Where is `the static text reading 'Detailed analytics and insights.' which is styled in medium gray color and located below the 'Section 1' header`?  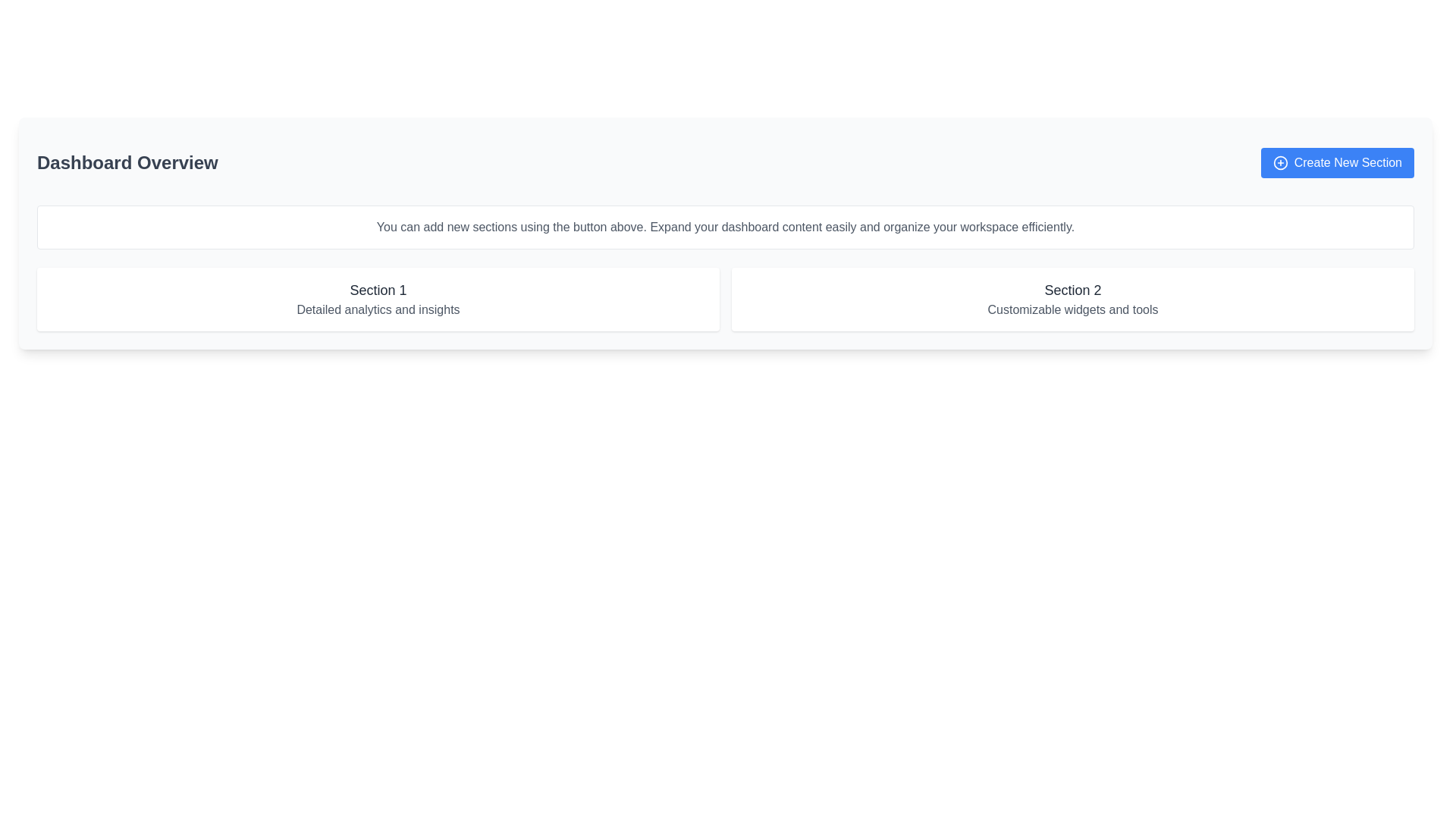
the static text reading 'Detailed analytics and insights.' which is styled in medium gray color and located below the 'Section 1' header is located at coordinates (378, 309).